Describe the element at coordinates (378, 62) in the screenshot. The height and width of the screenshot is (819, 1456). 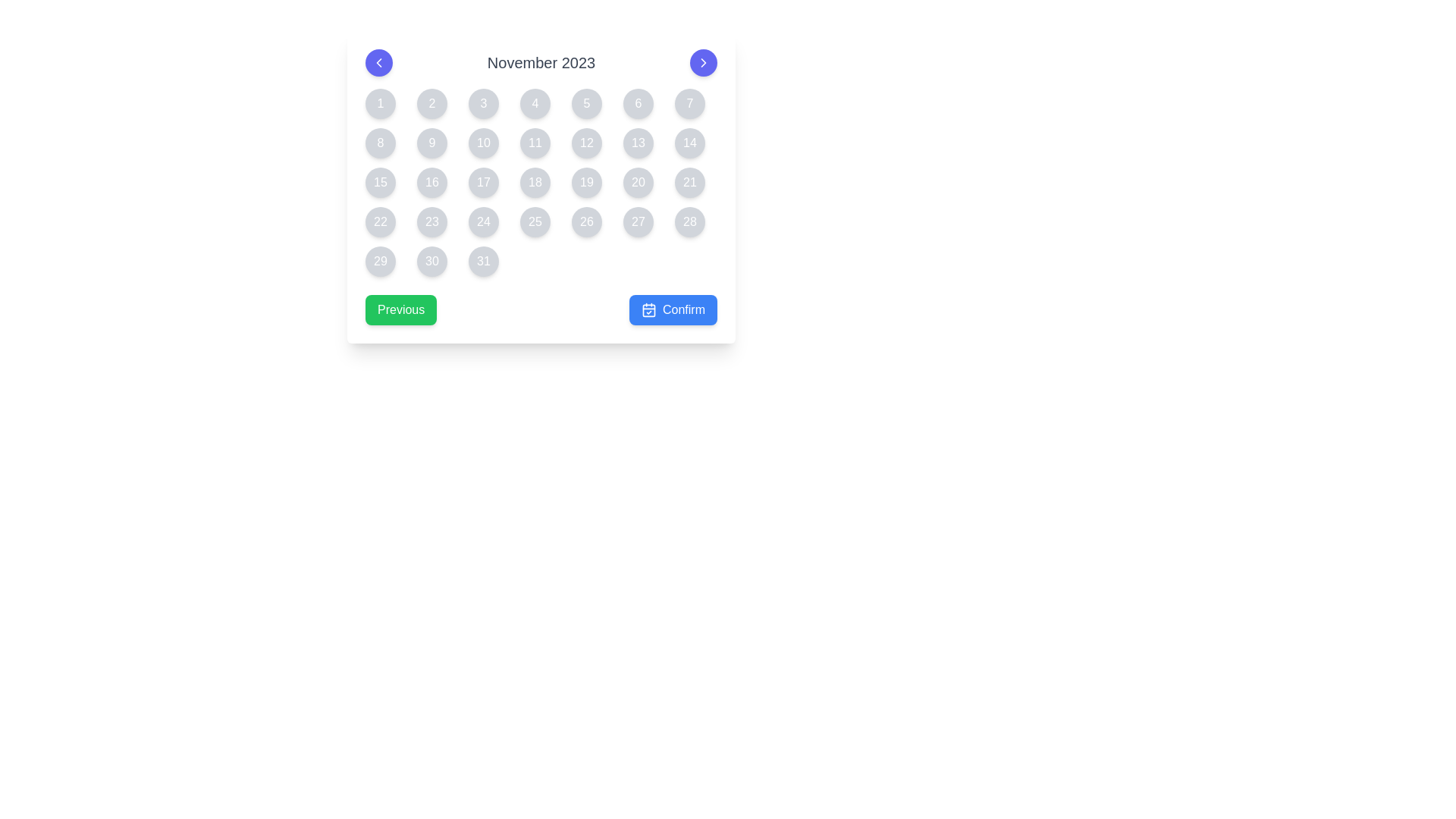
I see `the small leftwards arrow icon, which is a thin vector outline located within the larger leftwards chevron icon at the top-left corner of the calendar widget` at that location.